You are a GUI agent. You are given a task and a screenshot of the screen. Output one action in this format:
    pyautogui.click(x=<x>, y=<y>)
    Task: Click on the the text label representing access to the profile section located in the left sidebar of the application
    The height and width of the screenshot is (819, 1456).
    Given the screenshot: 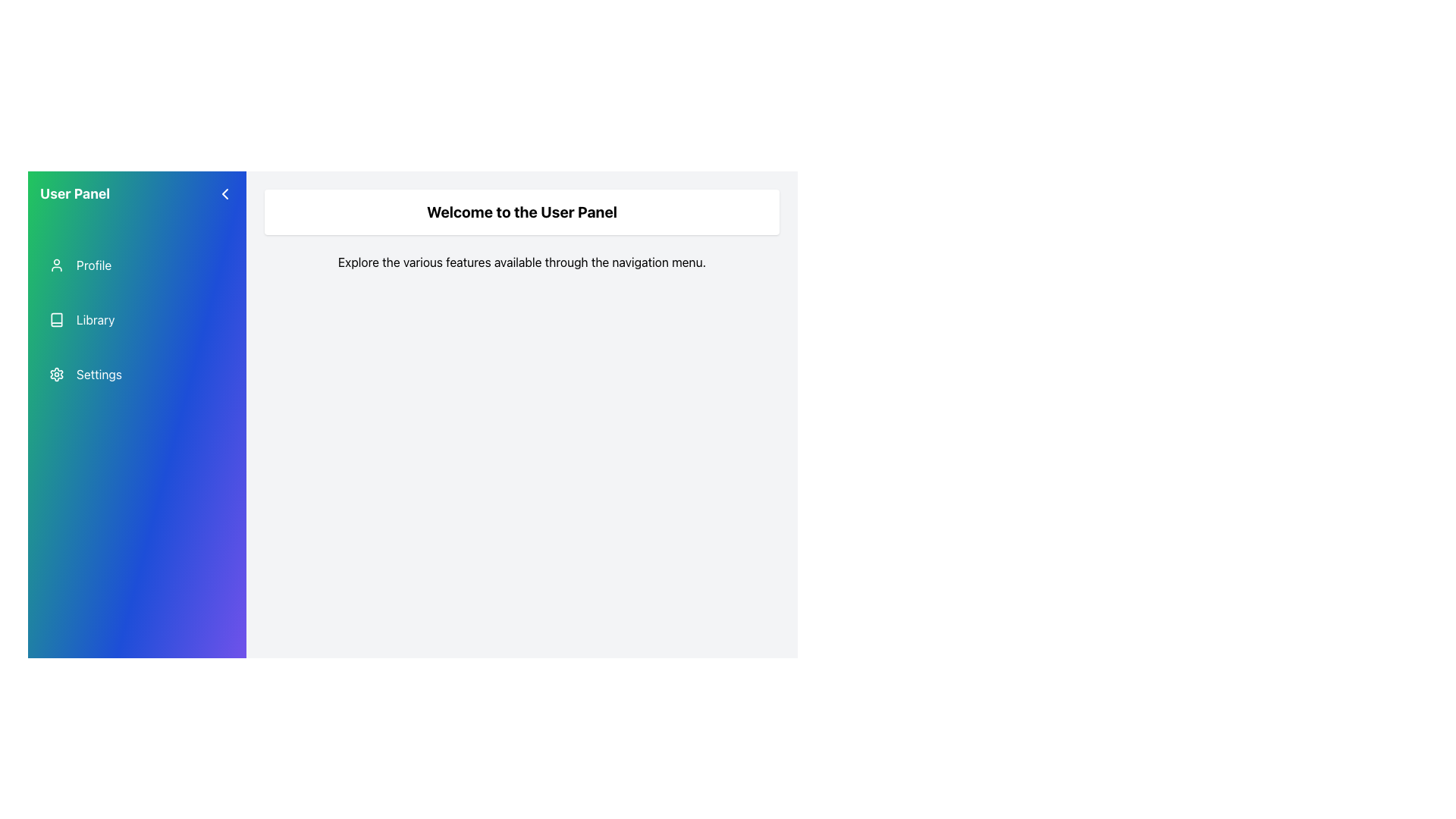 What is the action you would take?
    pyautogui.click(x=93, y=265)
    